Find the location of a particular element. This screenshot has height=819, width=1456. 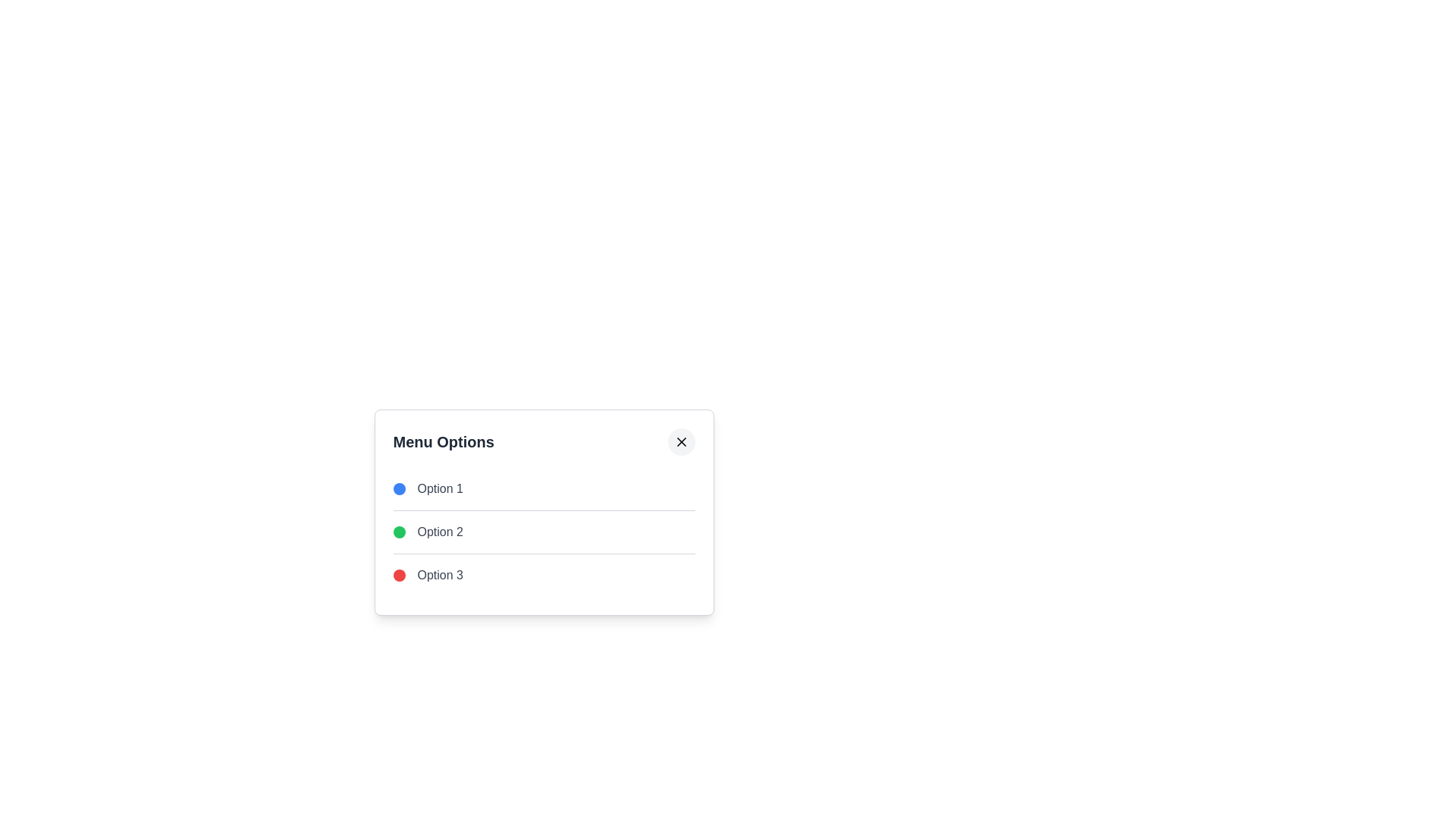

the close button located at the top-right corner of the 'Menu Options' card is located at coordinates (680, 441).